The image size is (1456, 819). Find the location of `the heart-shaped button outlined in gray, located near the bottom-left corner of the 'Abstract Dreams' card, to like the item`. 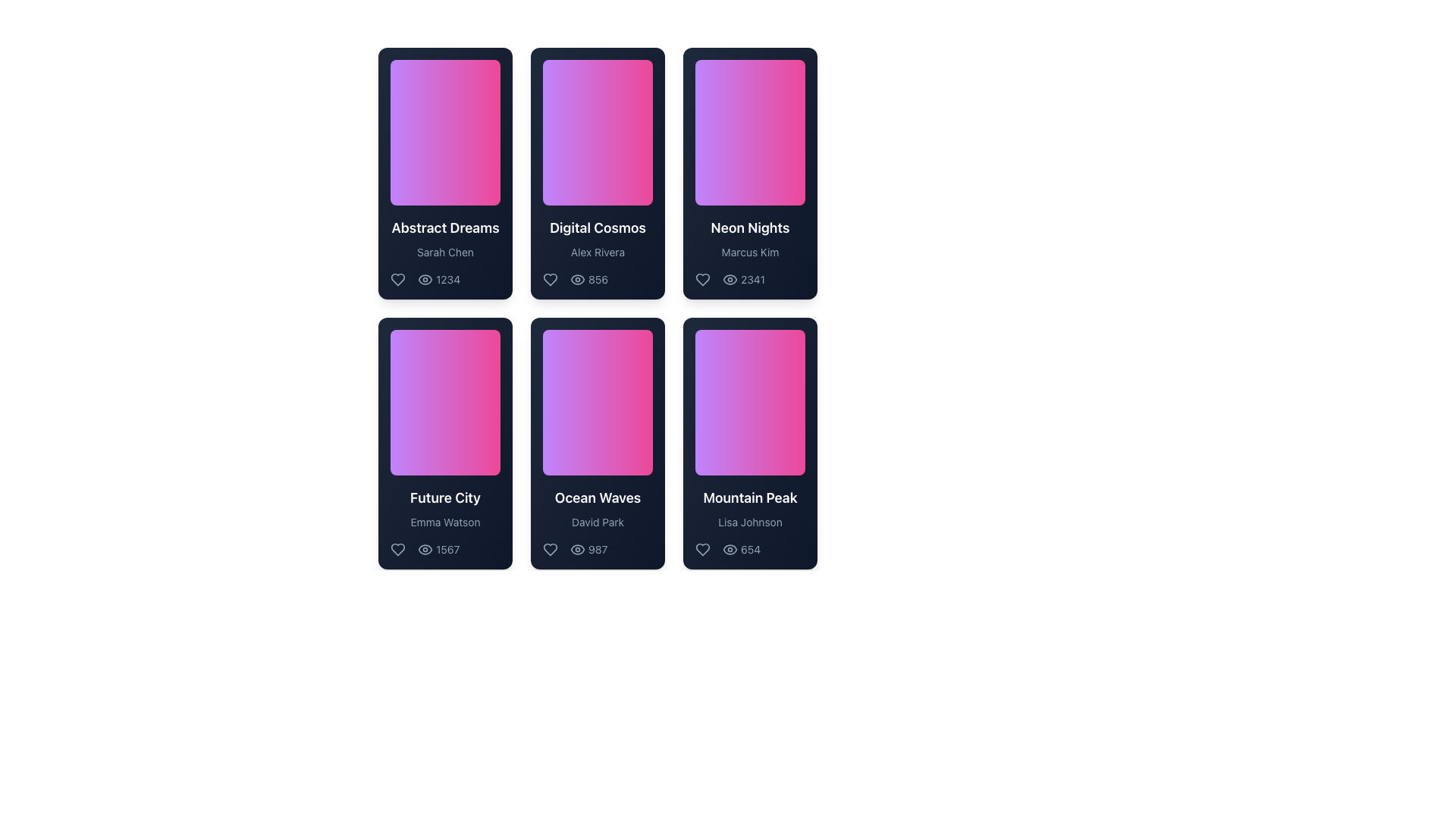

the heart-shaped button outlined in gray, located near the bottom-left corner of the 'Abstract Dreams' card, to like the item is located at coordinates (397, 280).